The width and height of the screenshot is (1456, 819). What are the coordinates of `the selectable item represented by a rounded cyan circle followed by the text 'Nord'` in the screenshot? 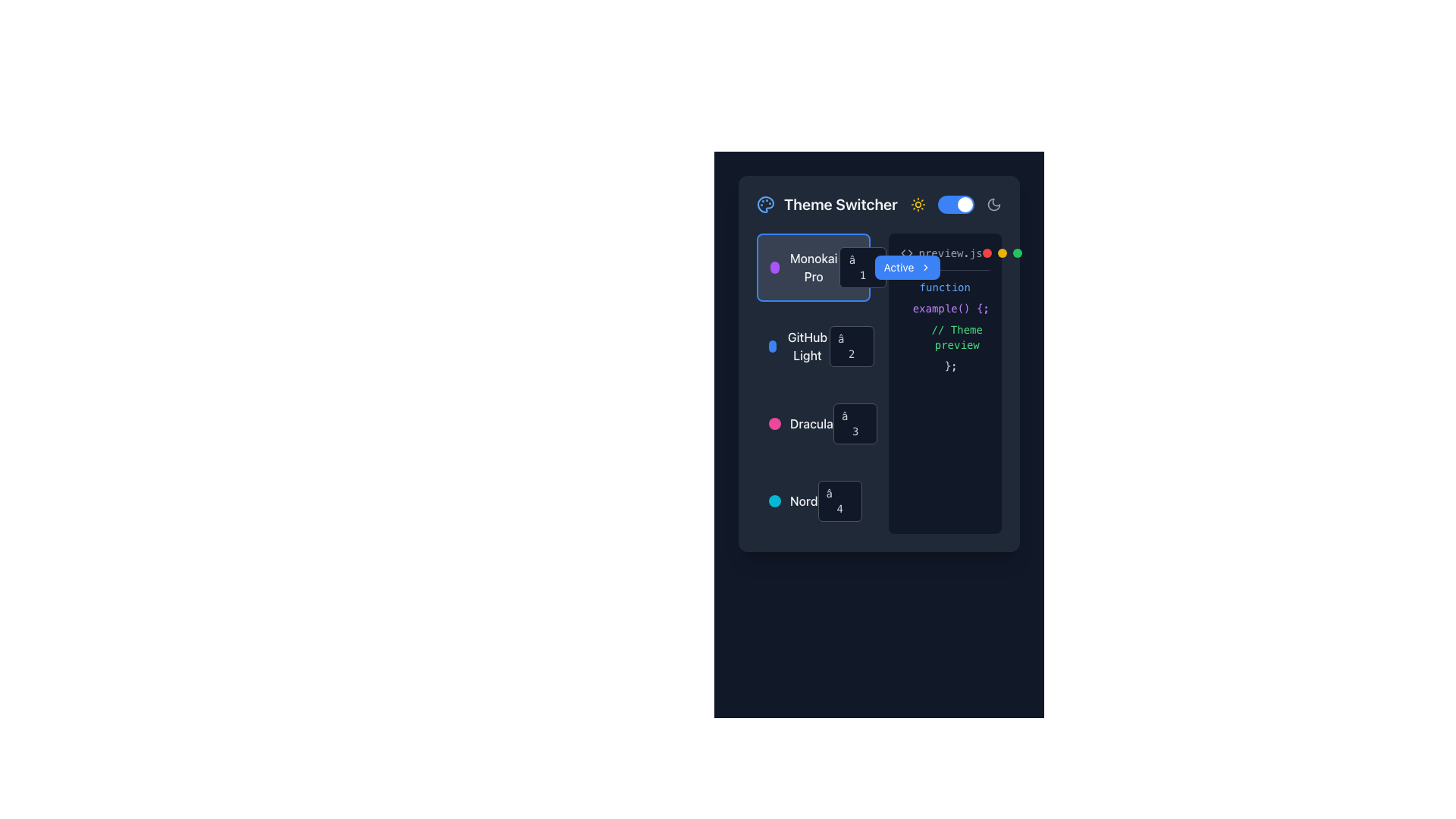 It's located at (792, 500).